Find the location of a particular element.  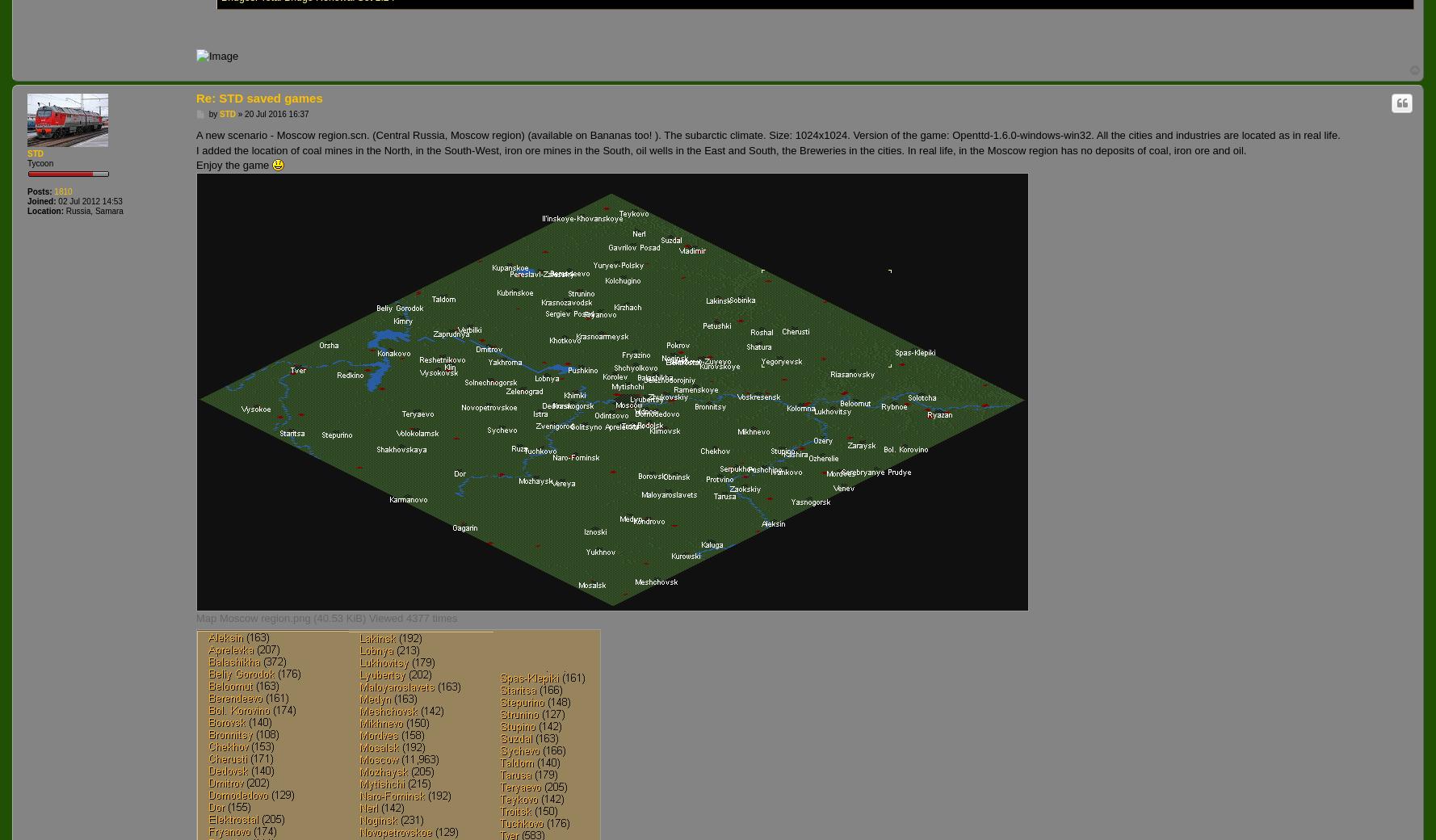

'Tycoon' is located at coordinates (40, 163).